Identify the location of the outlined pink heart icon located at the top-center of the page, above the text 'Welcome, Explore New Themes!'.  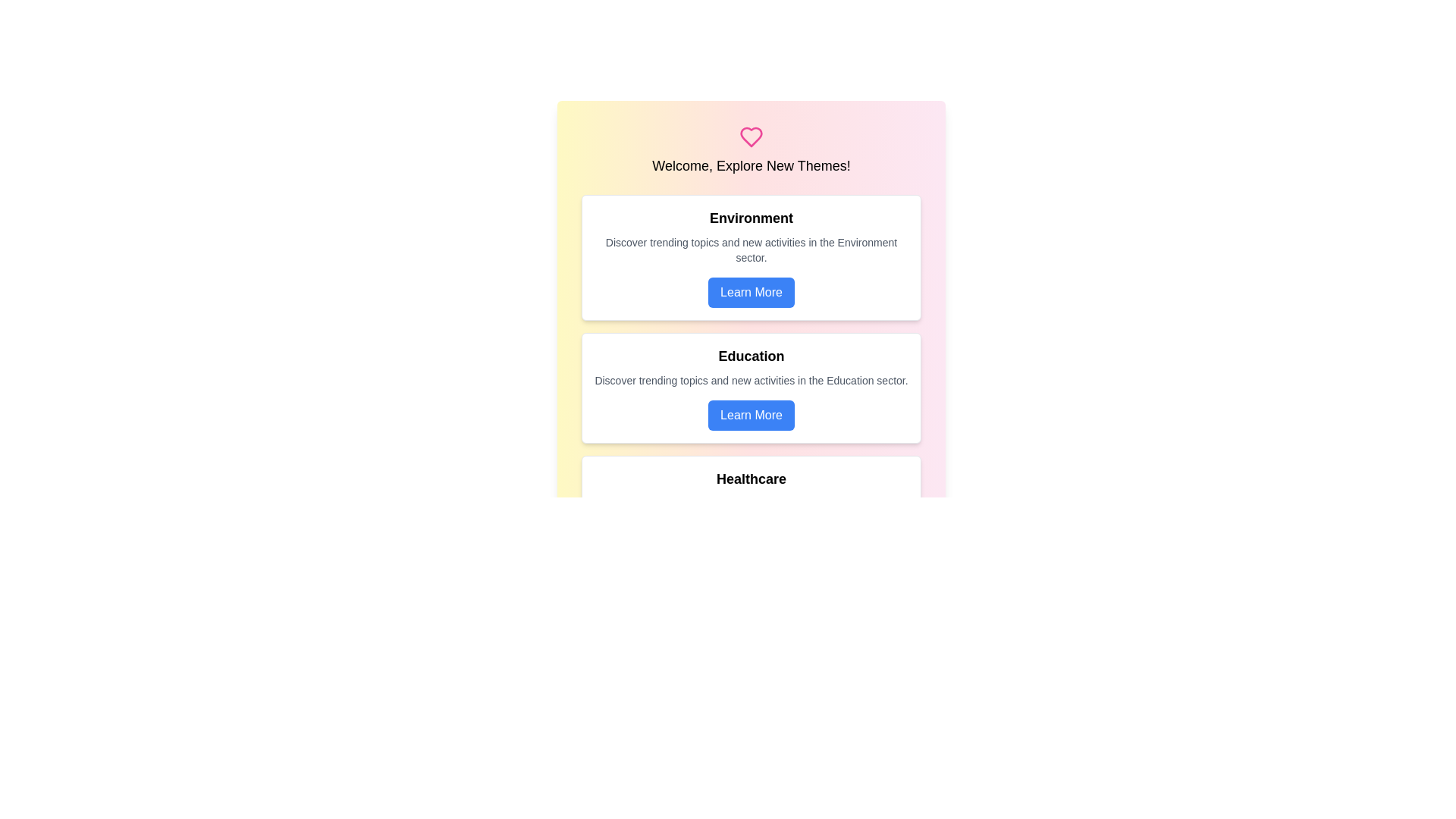
(751, 137).